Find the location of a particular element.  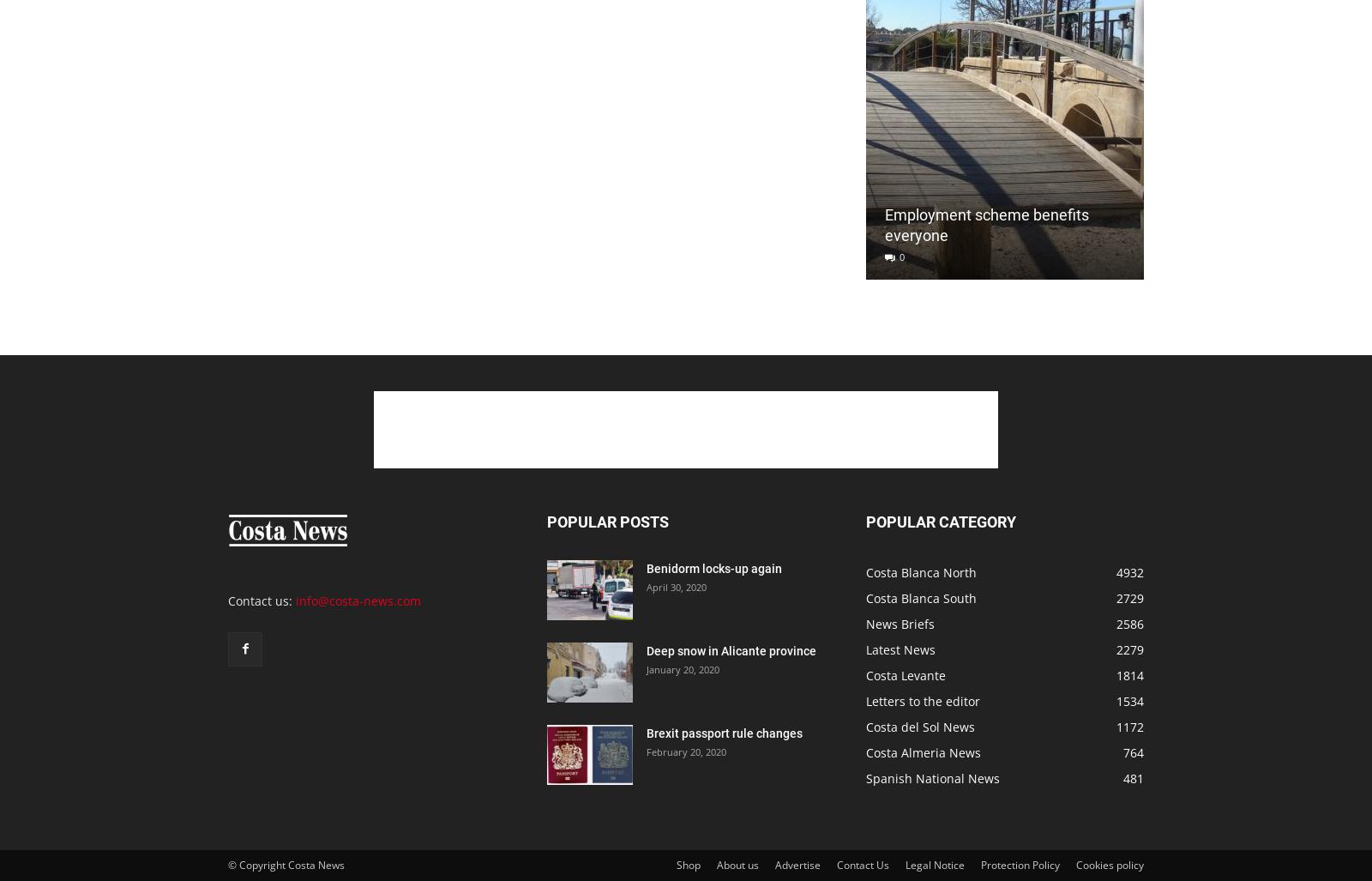

'info@costa-news.com' is located at coordinates (357, 600).